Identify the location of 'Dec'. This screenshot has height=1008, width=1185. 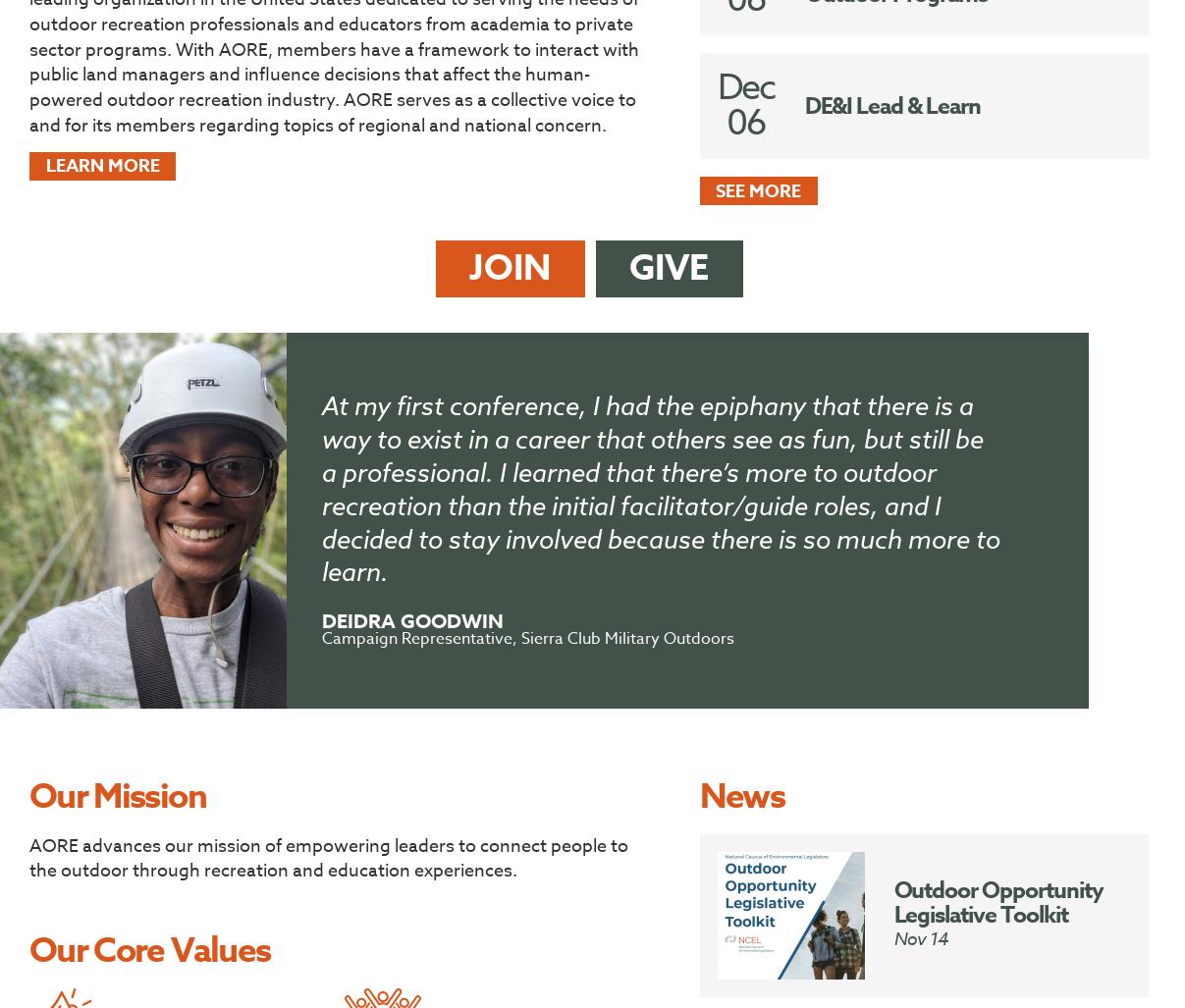
(745, 86).